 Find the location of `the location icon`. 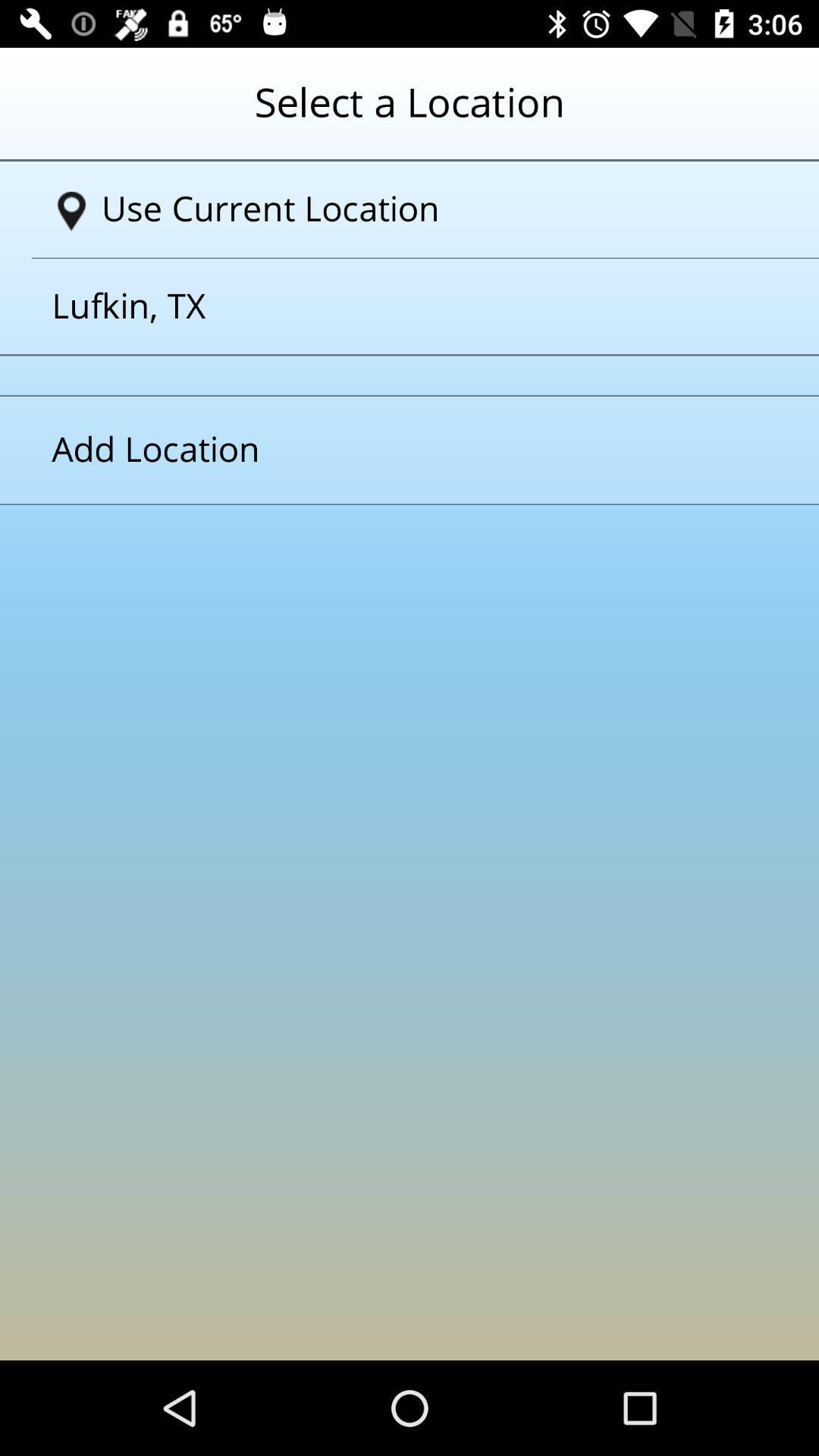

the location icon is located at coordinates (71, 210).